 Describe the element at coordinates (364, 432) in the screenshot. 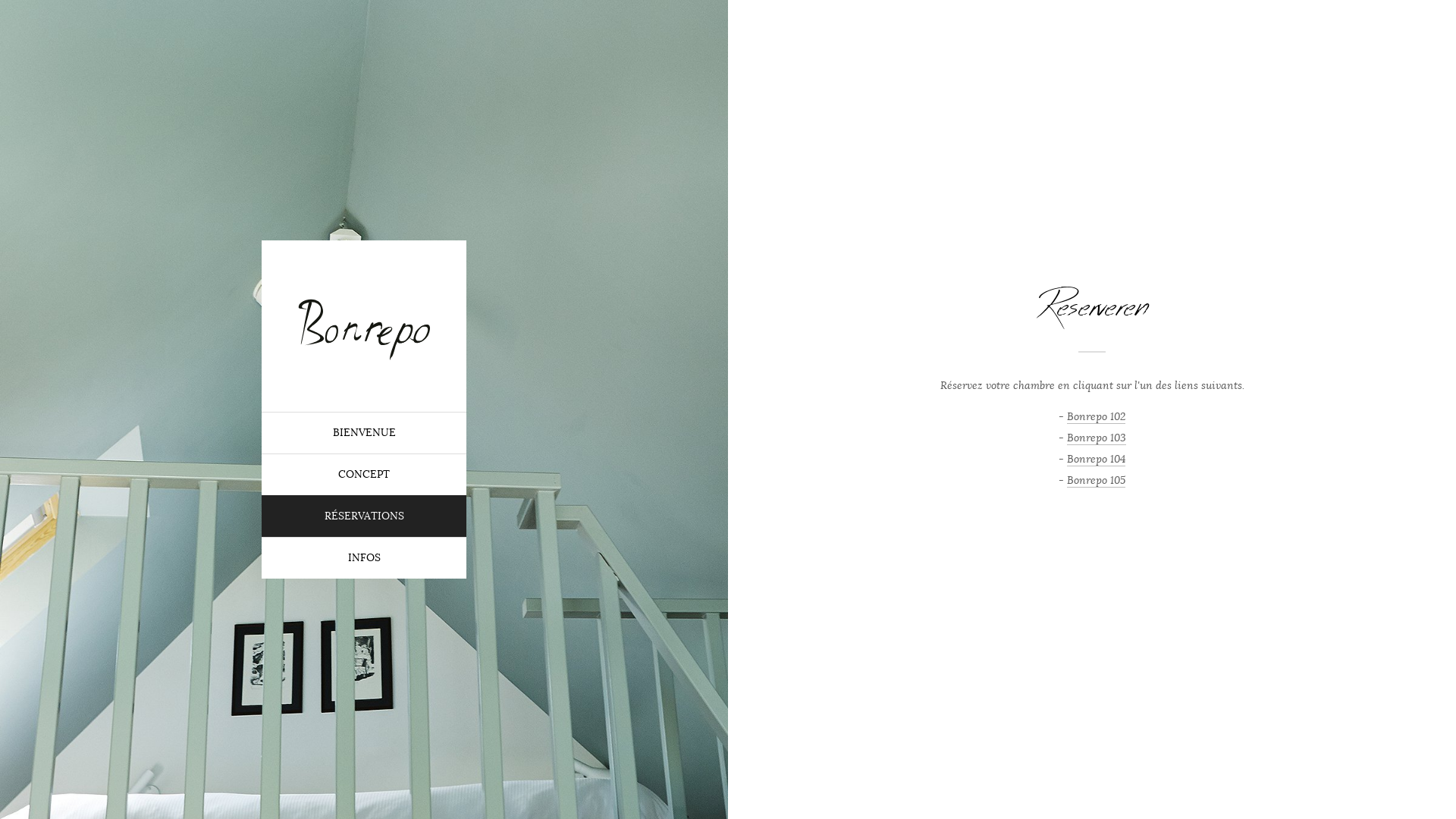

I see `'BIENVENUE'` at that location.